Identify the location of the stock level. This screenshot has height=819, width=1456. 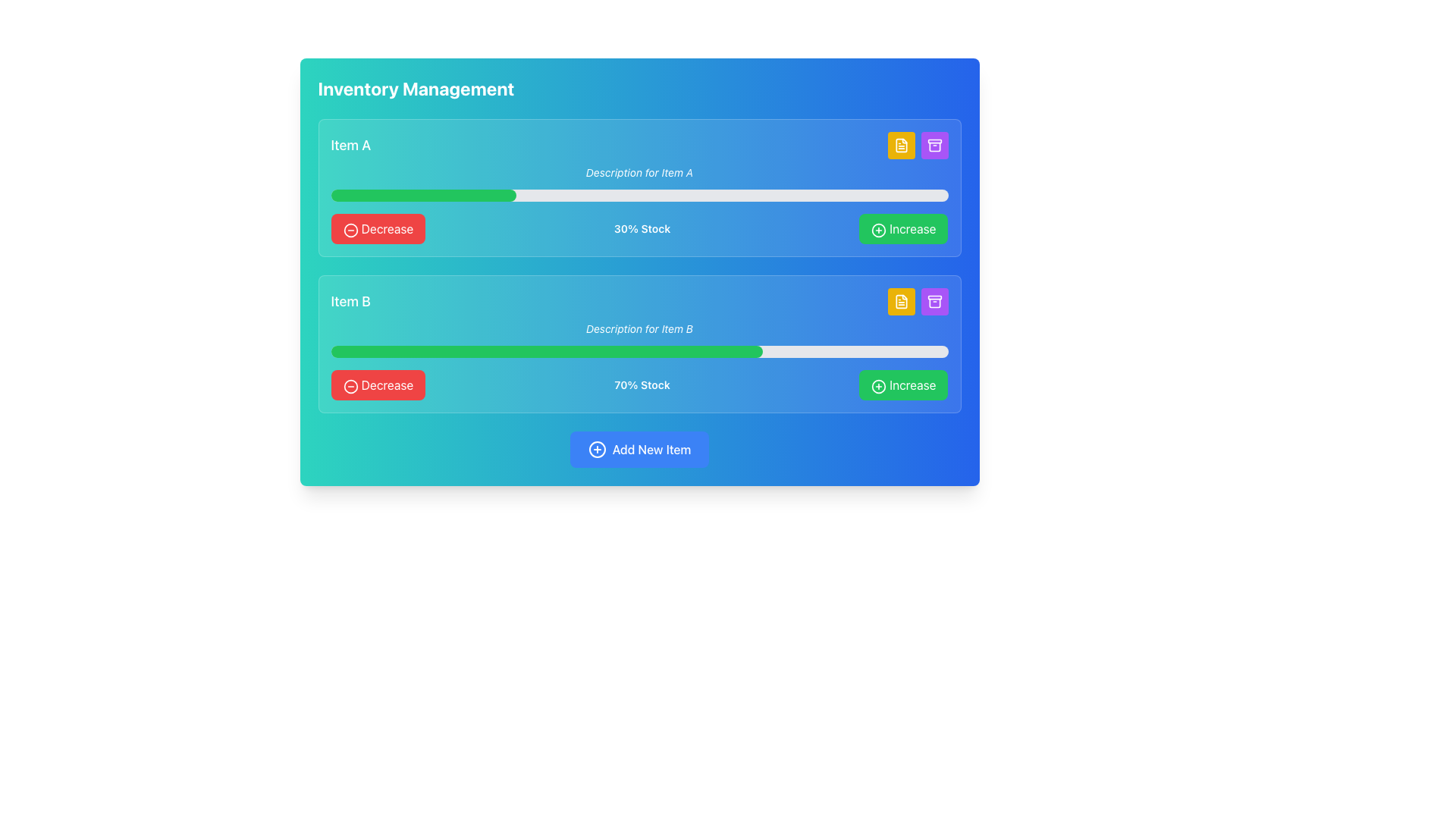
(472, 195).